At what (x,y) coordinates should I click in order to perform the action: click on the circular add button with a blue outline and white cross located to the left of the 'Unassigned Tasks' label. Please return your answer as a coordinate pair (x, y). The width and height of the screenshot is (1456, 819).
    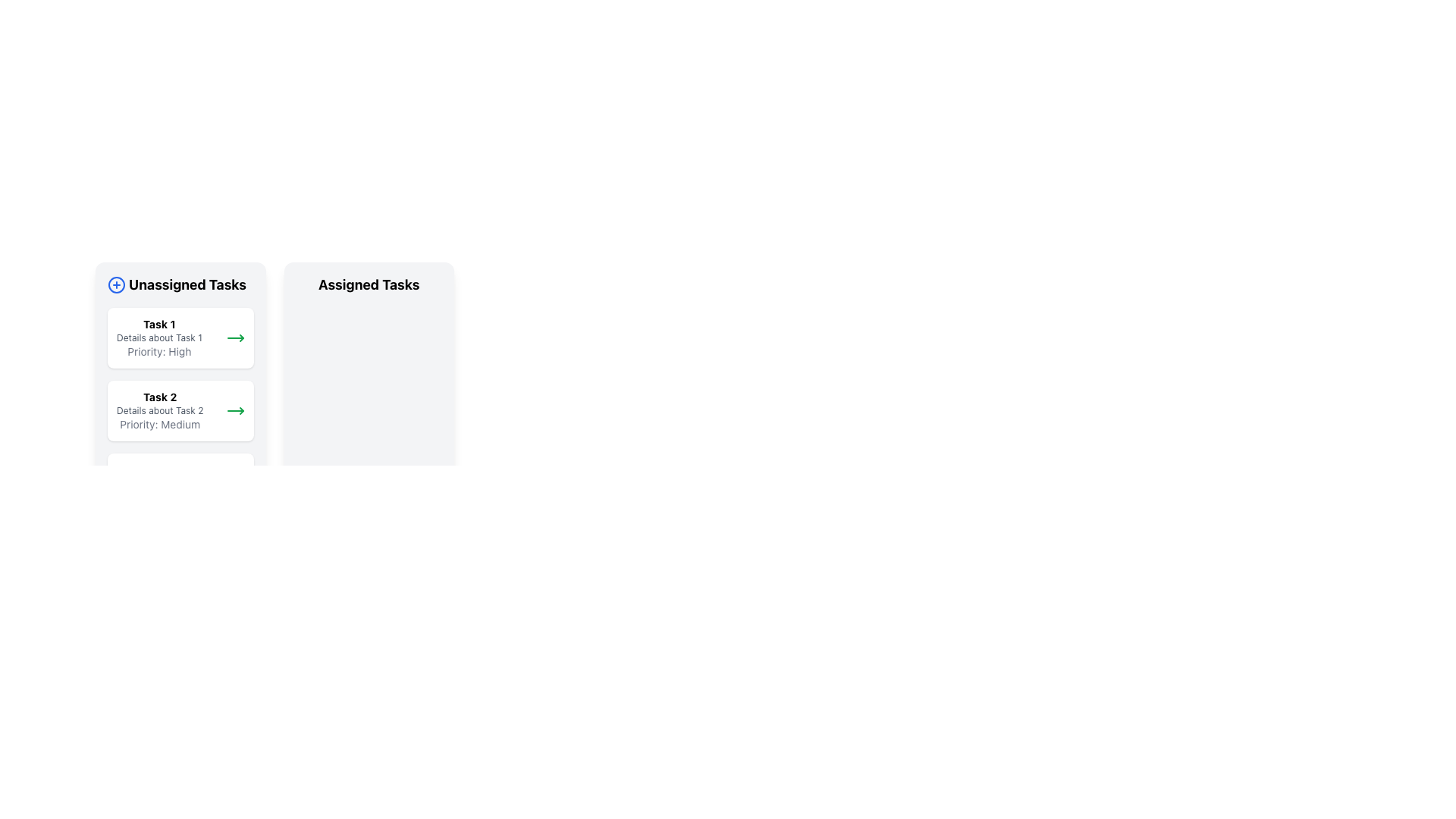
    Looking at the image, I should click on (115, 284).